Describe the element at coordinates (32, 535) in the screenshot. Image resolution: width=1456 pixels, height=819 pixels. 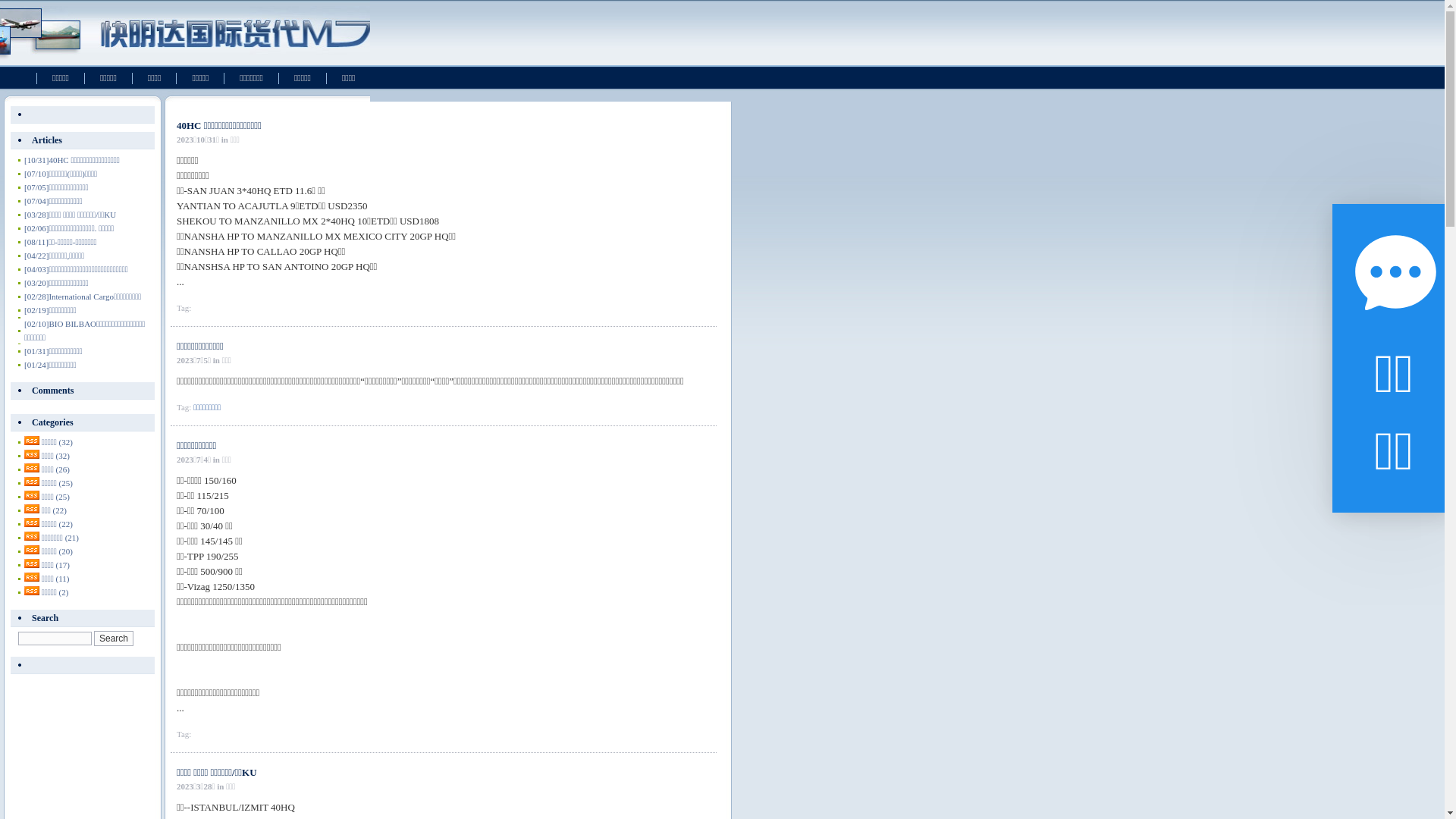
I see `'rss'` at that location.